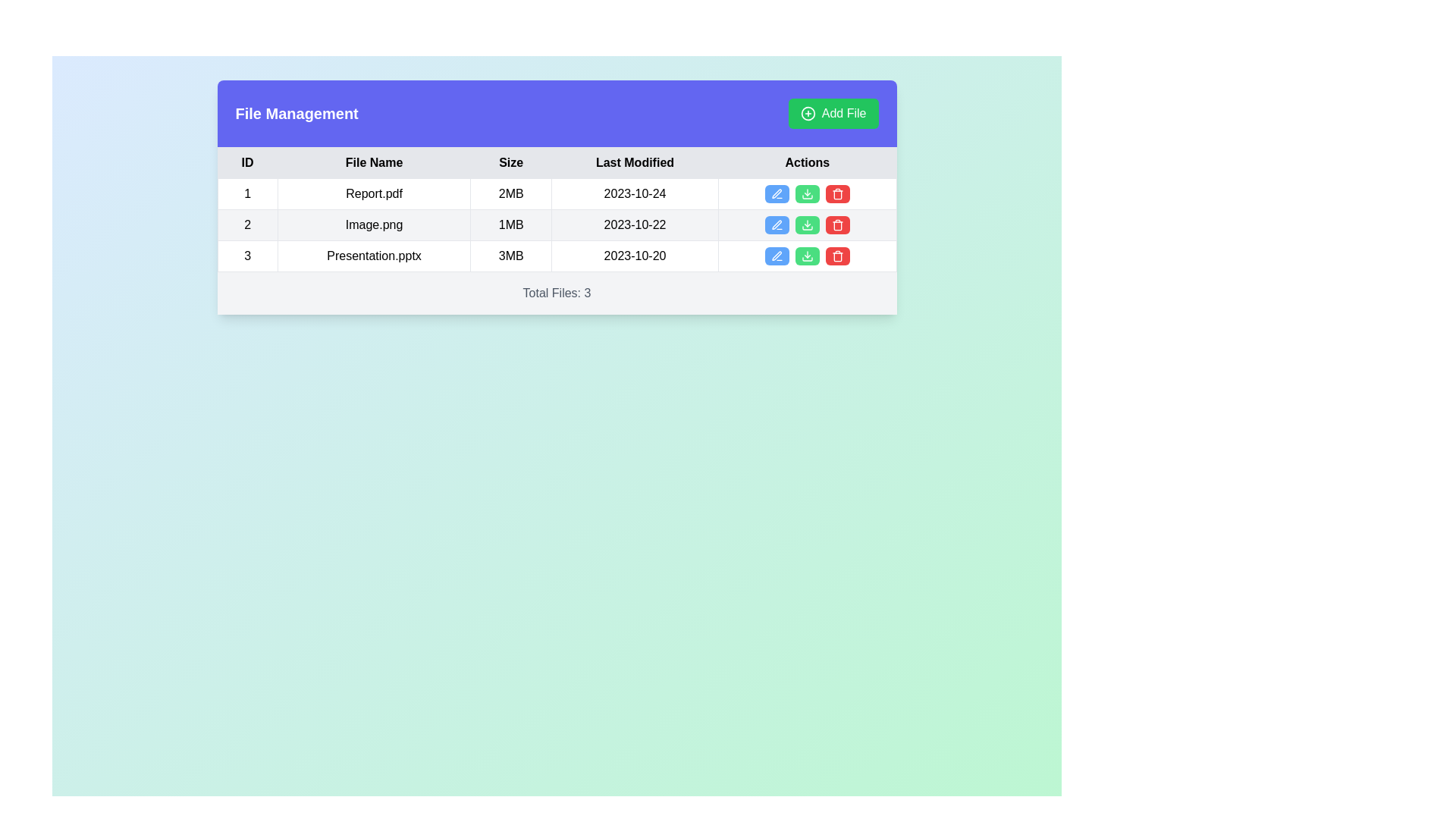  Describe the element at coordinates (556, 293) in the screenshot. I see `the static text label displaying 'Total Files: 3', which is located at the bottom of the table-like layout, with a gray background and centered text` at that location.